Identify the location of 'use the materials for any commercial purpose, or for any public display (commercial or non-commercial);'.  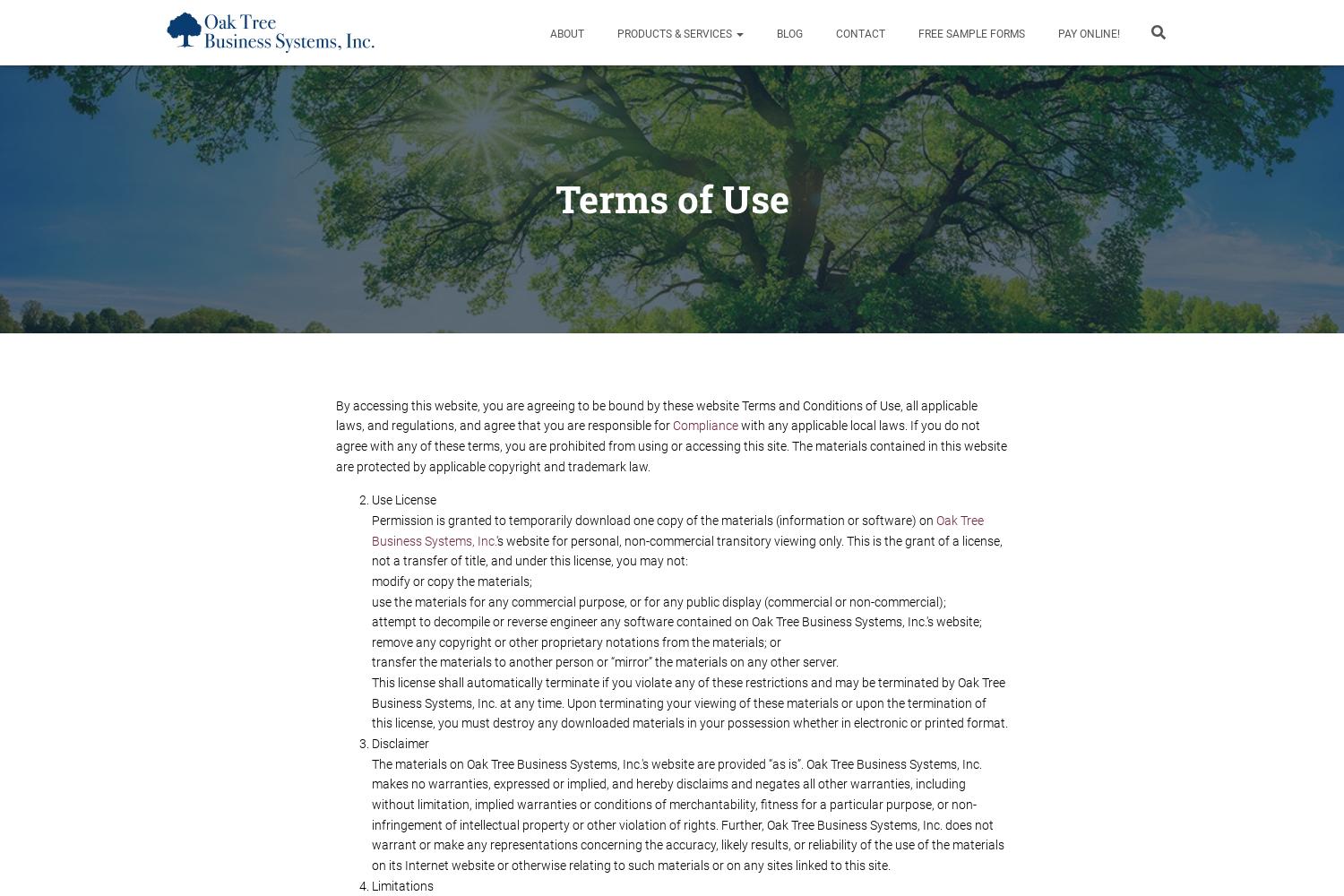
(658, 601).